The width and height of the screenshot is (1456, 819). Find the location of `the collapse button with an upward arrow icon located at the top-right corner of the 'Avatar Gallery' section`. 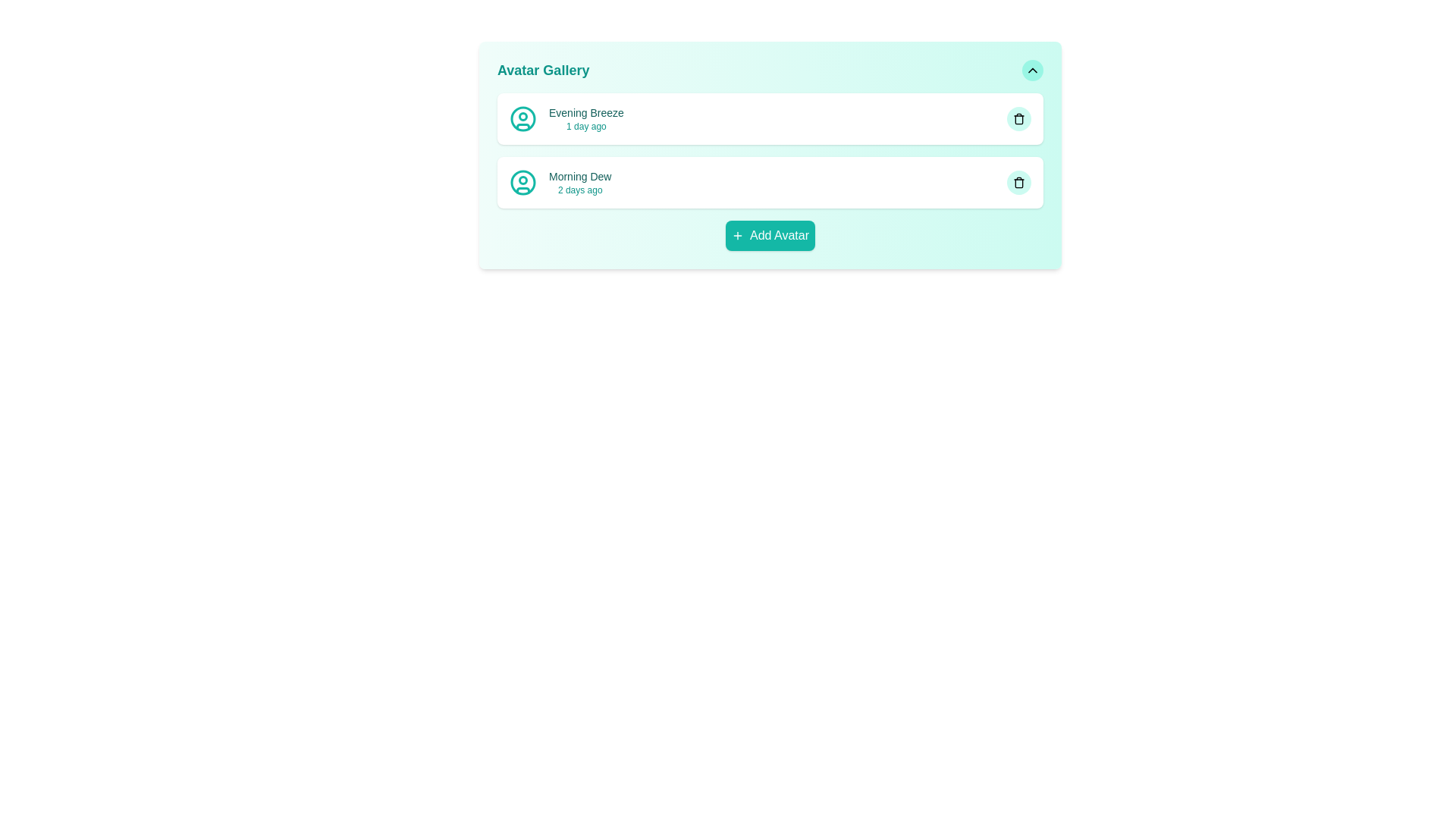

the collapse button with an upward arrow icon located at the top-right corner of the 'Avatar Gallery' section is located at coordinates (1032, 70).